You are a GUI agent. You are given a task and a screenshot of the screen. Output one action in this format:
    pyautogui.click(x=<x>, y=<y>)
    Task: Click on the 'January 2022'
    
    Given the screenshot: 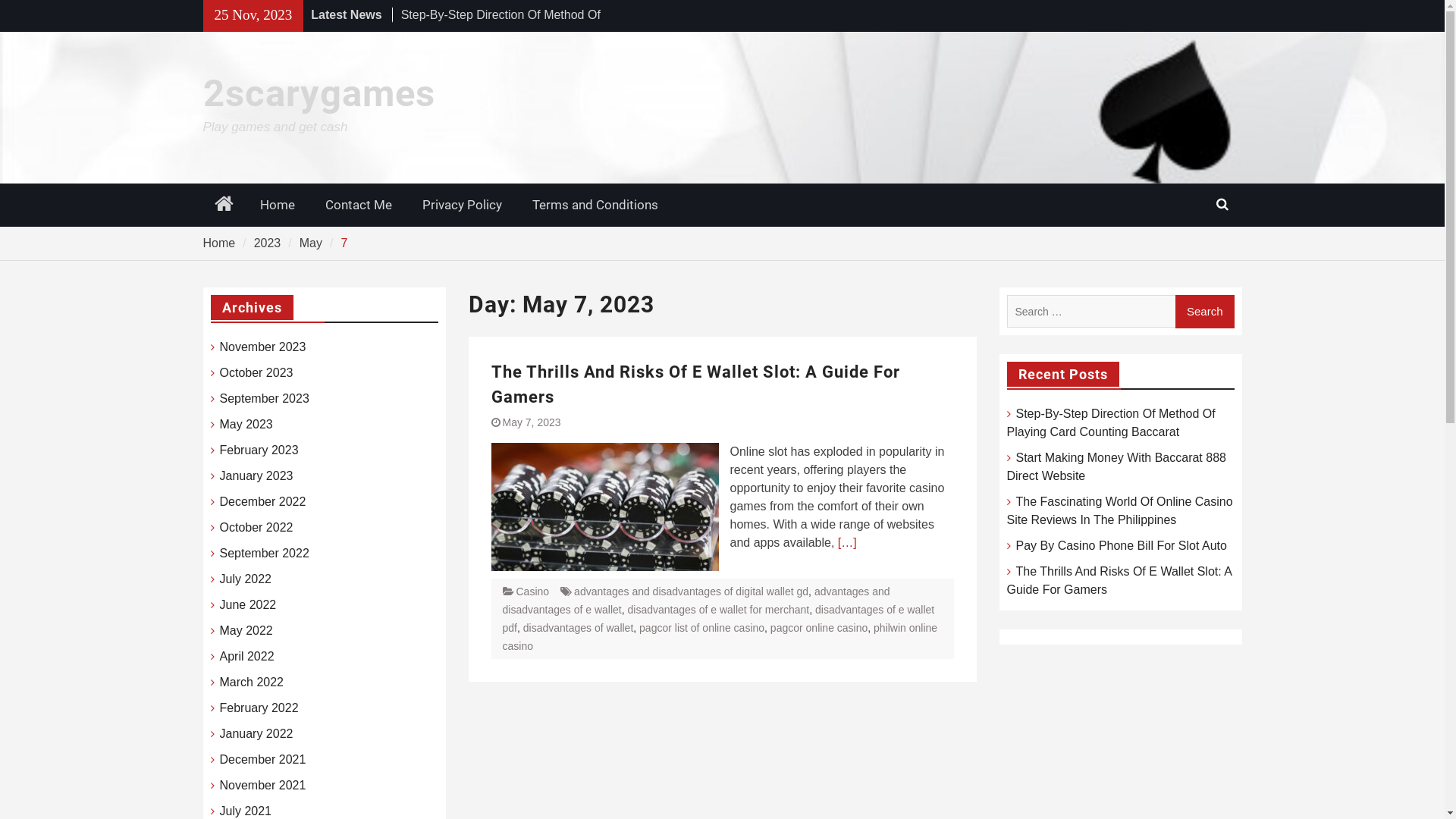 What is the action you would take?
    pyautogui.click(x=256, y=733)
    